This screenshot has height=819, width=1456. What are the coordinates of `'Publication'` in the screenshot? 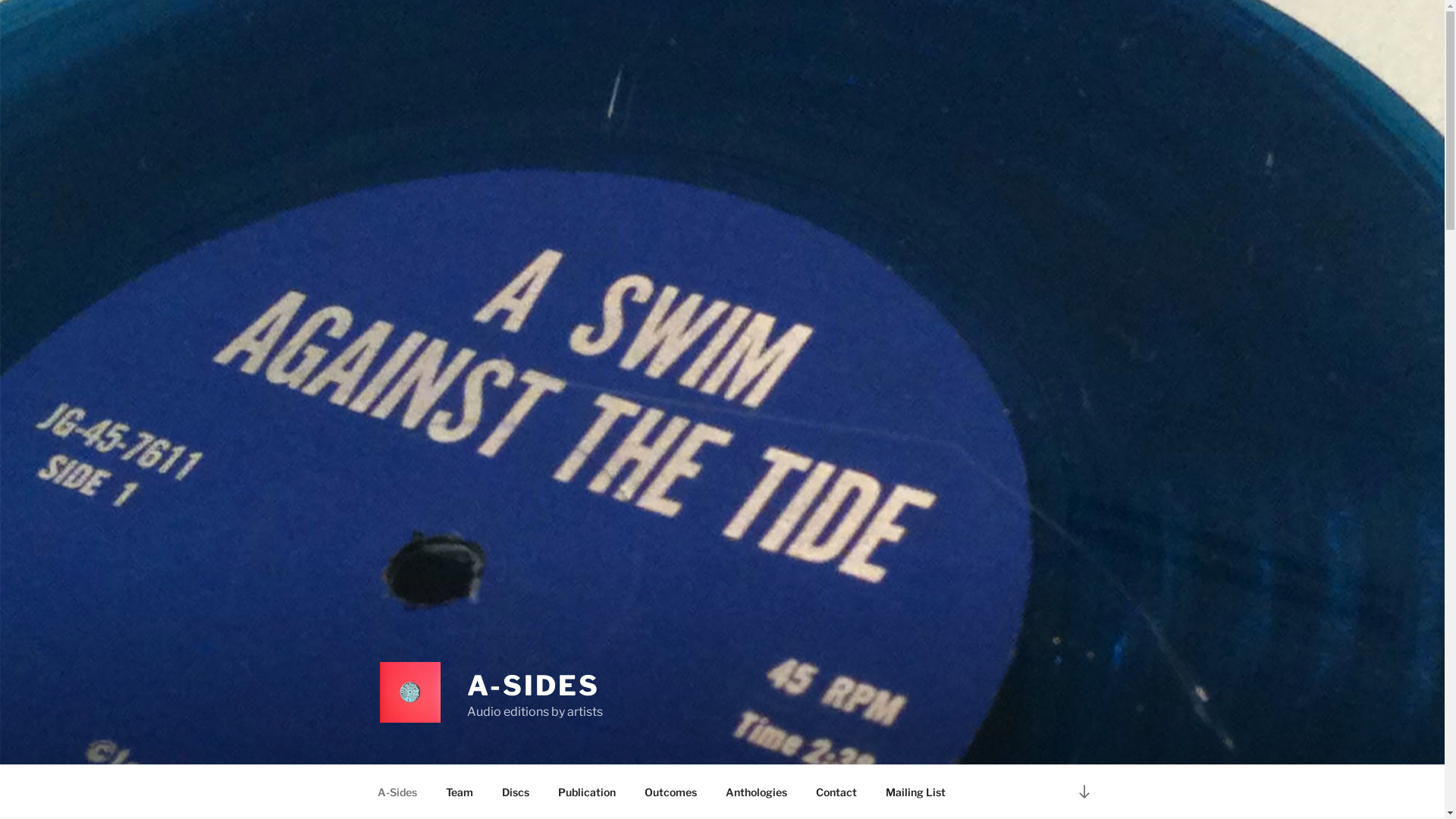 It's located at (585, 791).